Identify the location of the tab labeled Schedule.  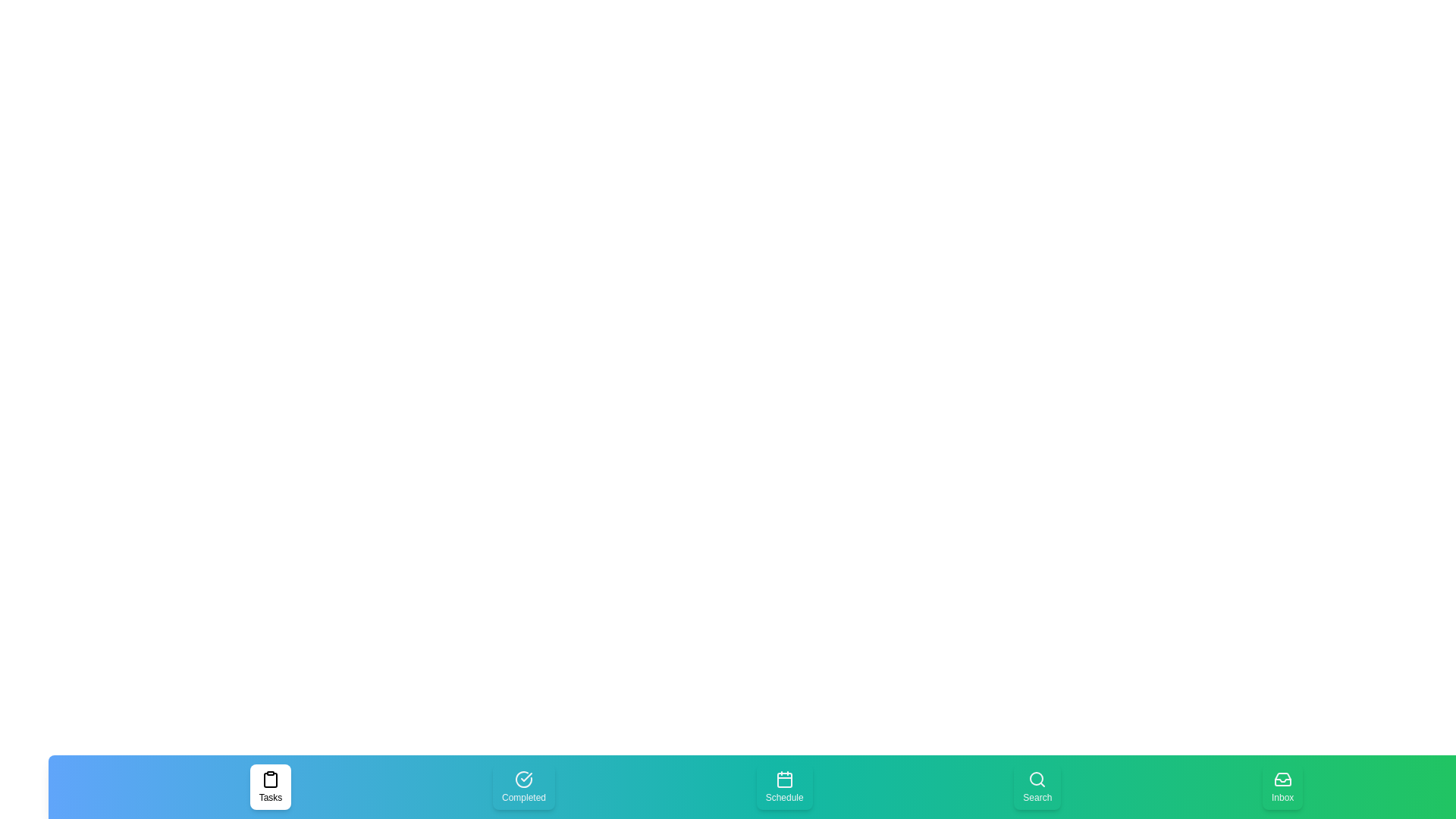
(784, 786).